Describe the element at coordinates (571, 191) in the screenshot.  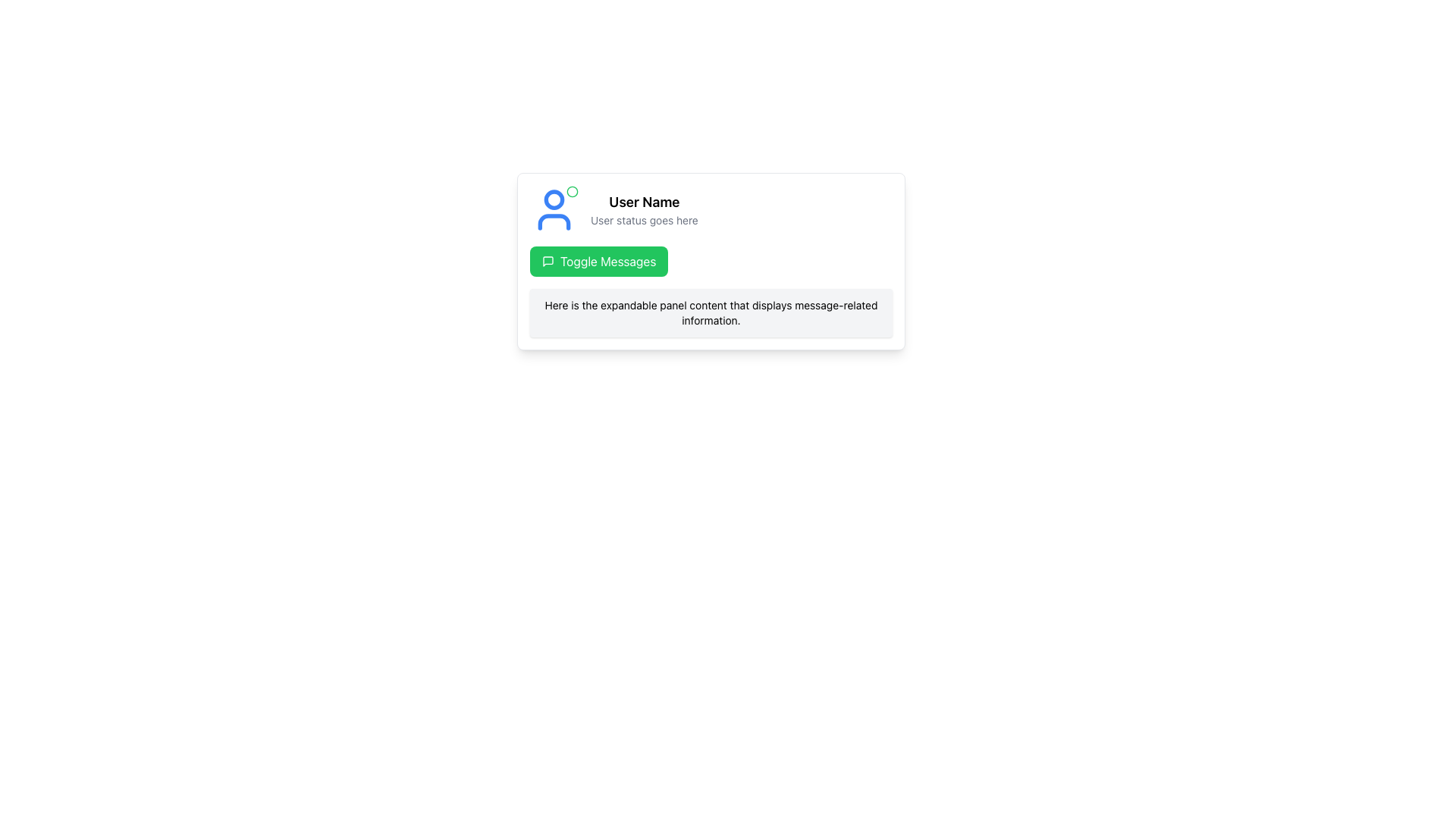
I see `the small circular Decorative indicator with a green border located at the top-right corner of the blue user profile icon` at that location.